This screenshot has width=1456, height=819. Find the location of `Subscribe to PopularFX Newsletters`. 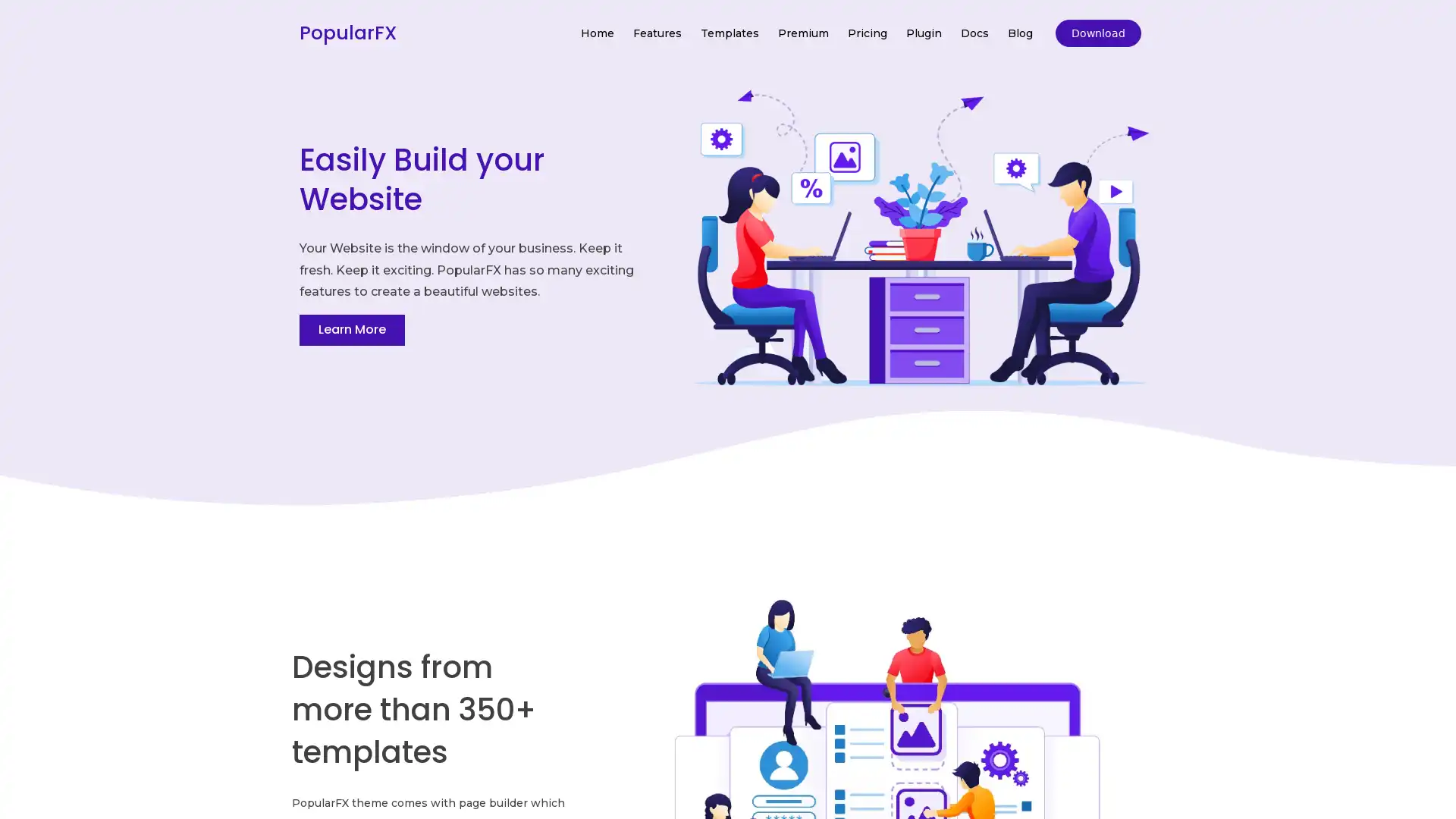

Subscribe to PopularFX Newsletters is located at coordinates (726, 380).